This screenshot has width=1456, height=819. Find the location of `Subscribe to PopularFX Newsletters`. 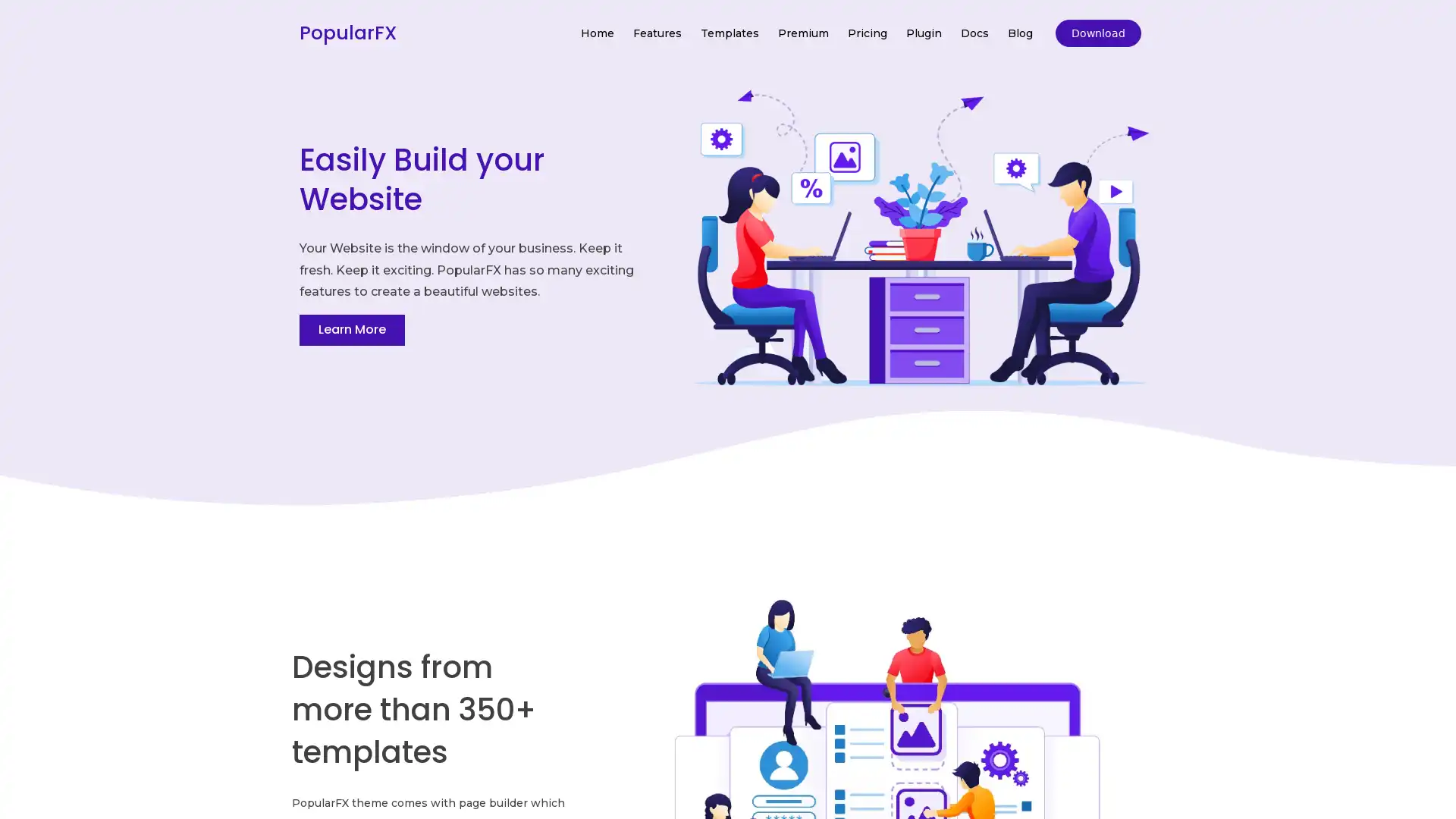

Subscribe to PopularFX Newsletters is located at coordinates (726, 380).